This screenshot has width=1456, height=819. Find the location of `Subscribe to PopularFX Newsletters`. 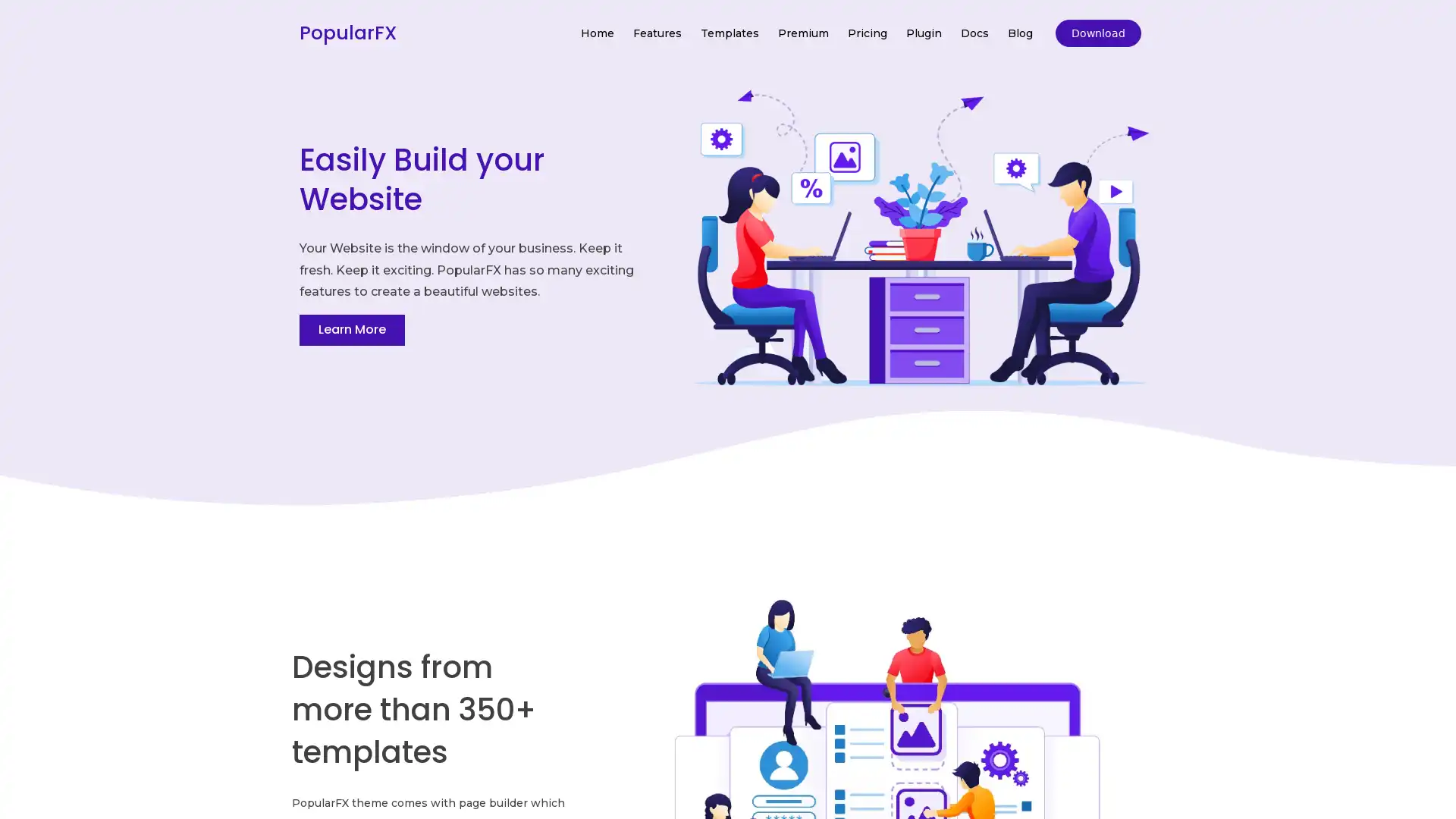

Subscribe to PopularFX Newsletters is located at coordinates (726, 380).